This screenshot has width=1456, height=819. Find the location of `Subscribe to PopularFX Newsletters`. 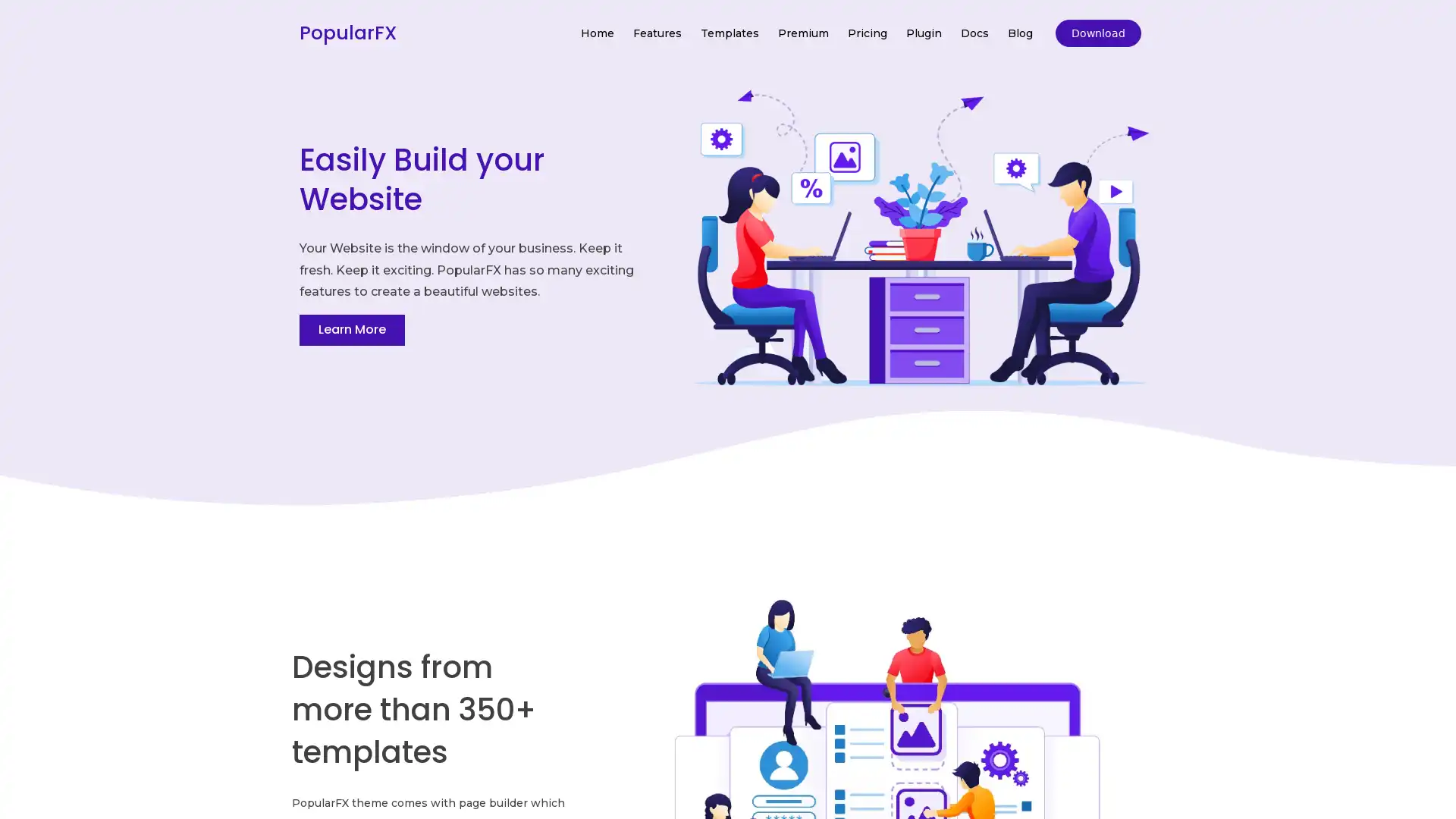

Subscribe to PopularFX Newsletters is located at coordinates (726, 380).